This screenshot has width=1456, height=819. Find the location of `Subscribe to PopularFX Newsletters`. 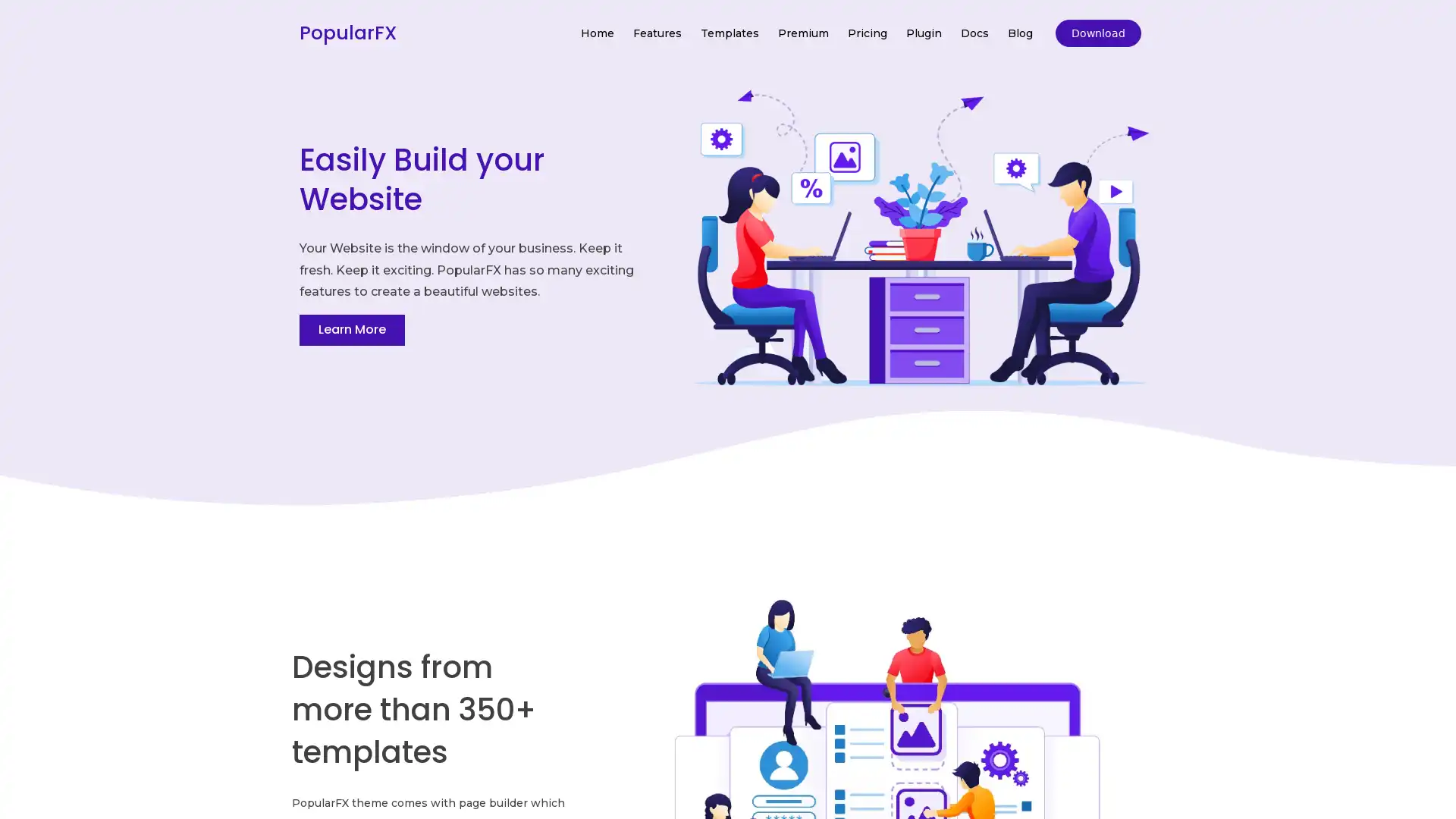

Subscribe to PopularFX Newsletters is located at coordinates (726, 380).